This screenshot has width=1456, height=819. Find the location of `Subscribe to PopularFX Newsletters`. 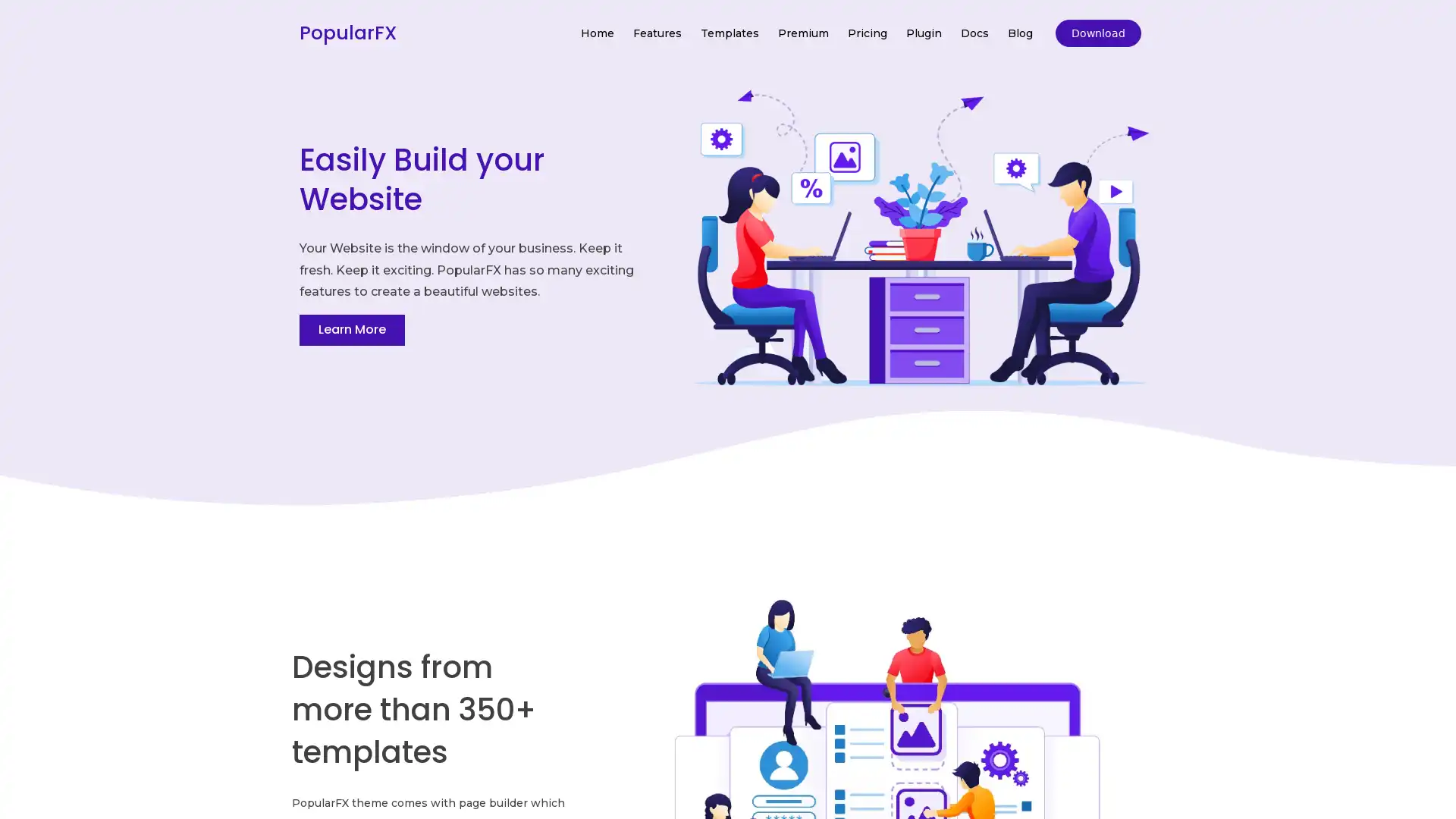

Subscribe to PopularFX Newsletters is located at coordinates (726, 380).